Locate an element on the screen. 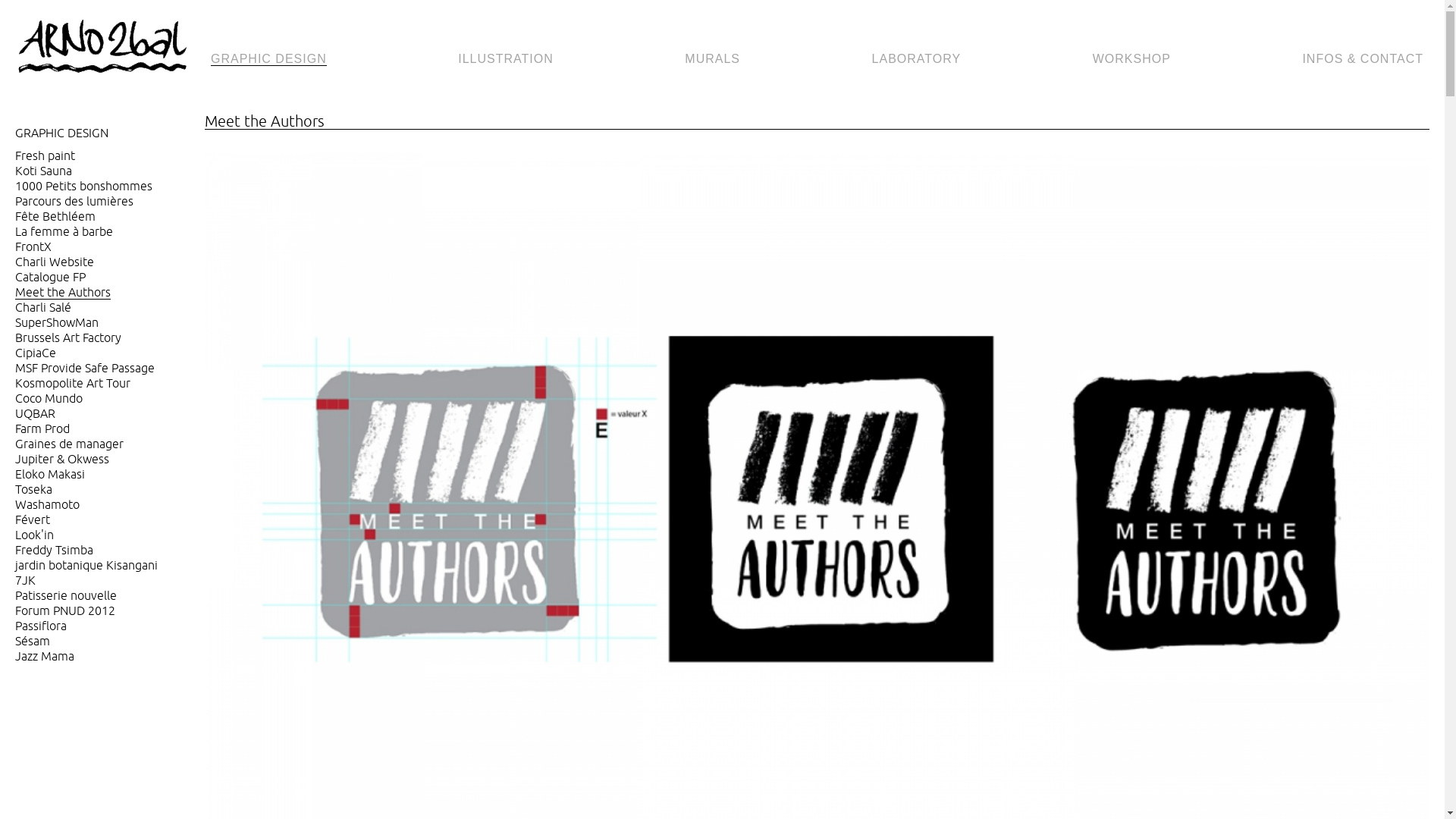  'LABORATORY' is located at coordinates (916, 58).